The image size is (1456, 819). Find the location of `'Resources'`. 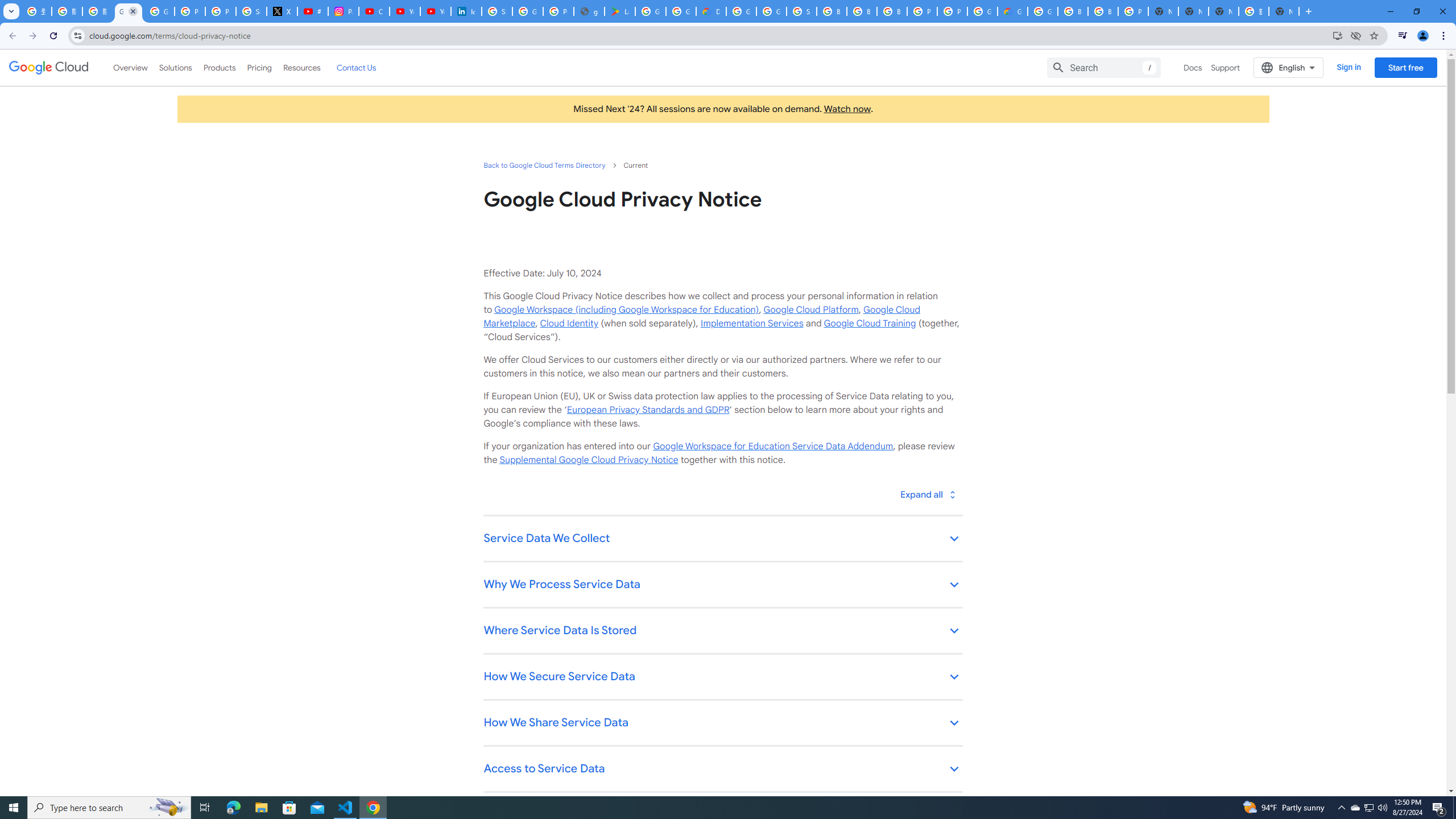

'Resources' is located at coordinates (301, 67).